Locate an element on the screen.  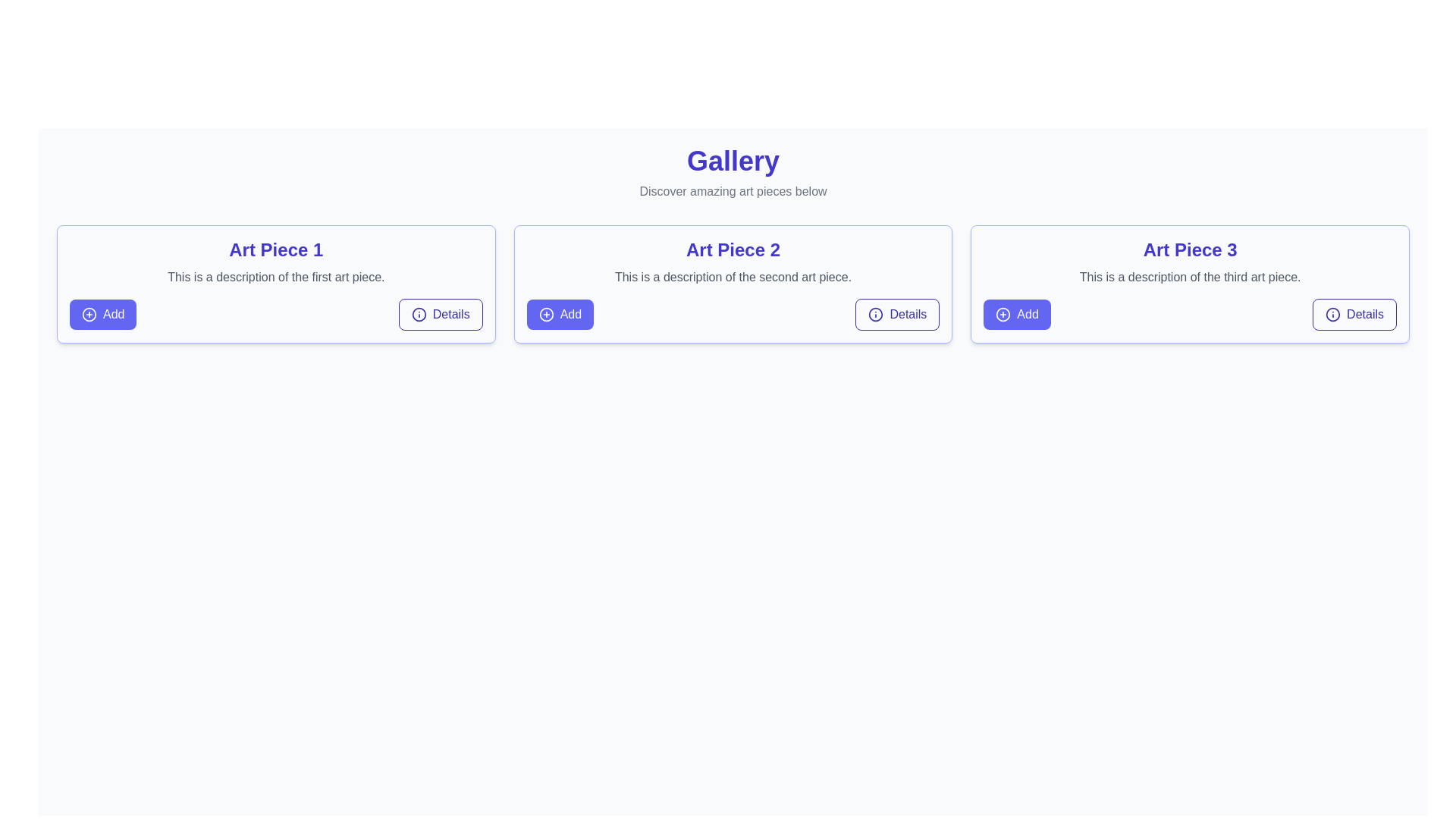
first SVG Circle element of the 'info' icon within the 'Details' button of the second card on the page is located at coordinates (876, 314).